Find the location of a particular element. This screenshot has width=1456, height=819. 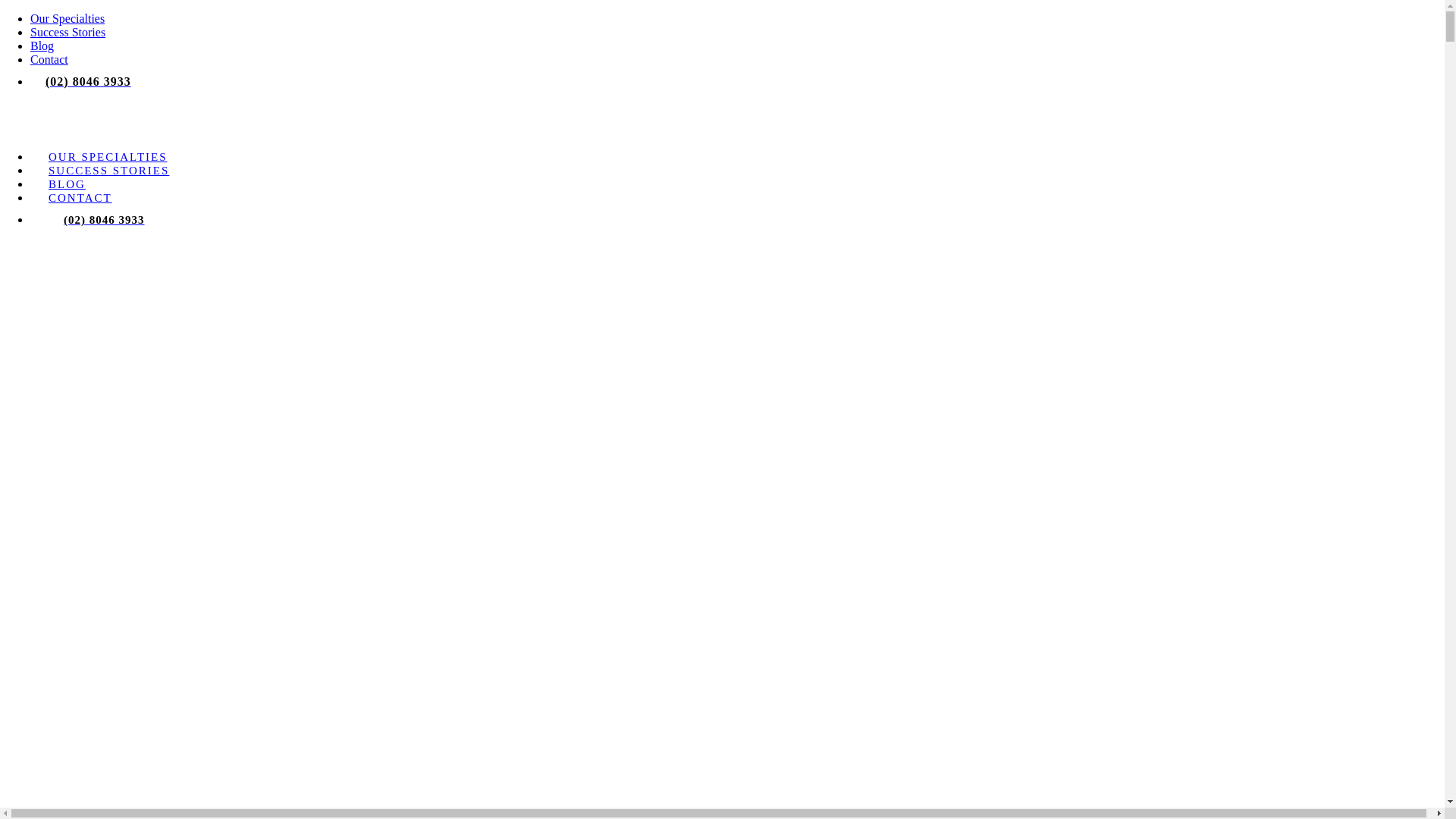

'OUR SPECIALTIES' is located at coordinates (107, 157).